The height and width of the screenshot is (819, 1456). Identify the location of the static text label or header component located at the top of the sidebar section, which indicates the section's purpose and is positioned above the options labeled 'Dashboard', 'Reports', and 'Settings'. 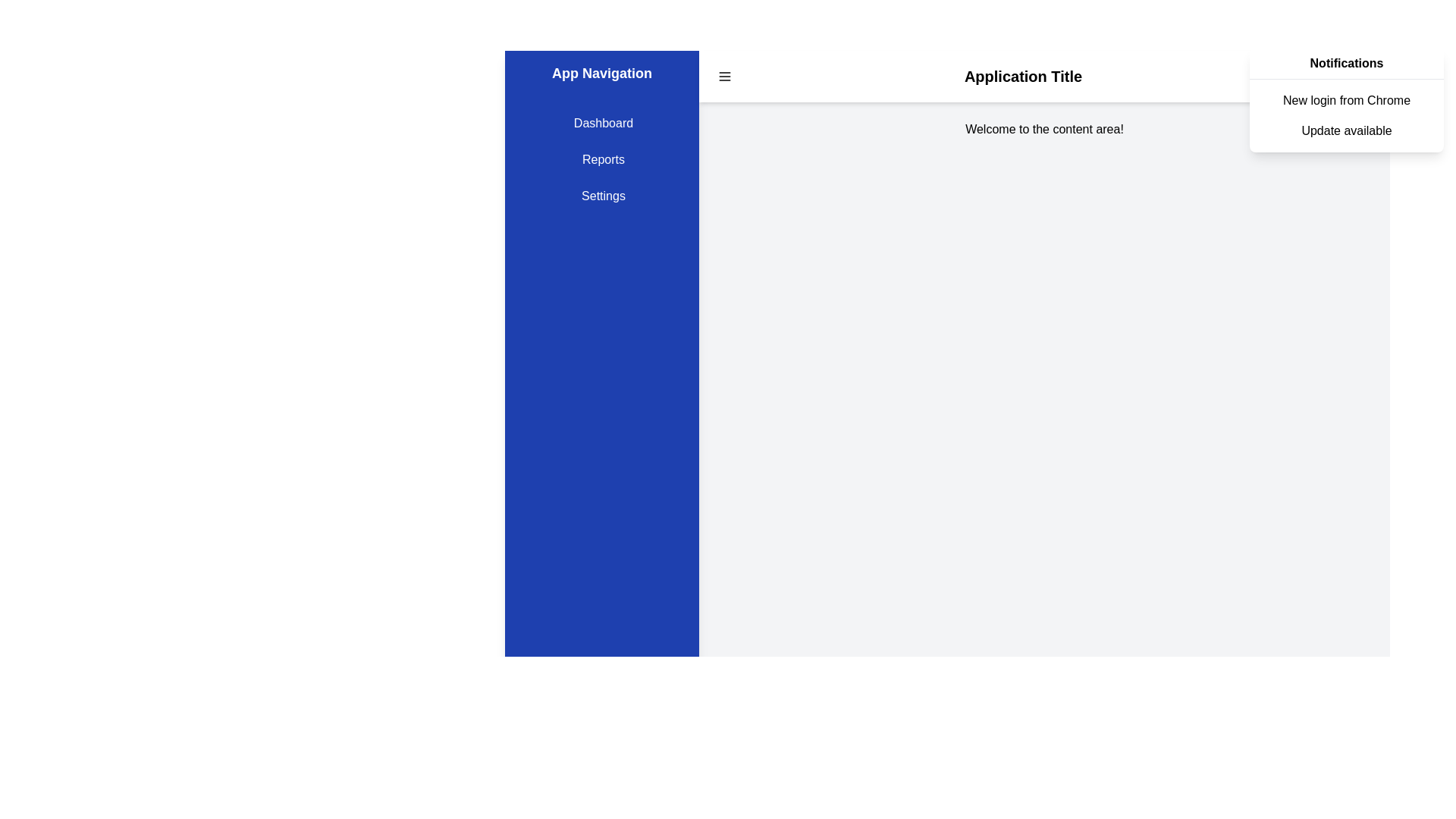
(601, 73).